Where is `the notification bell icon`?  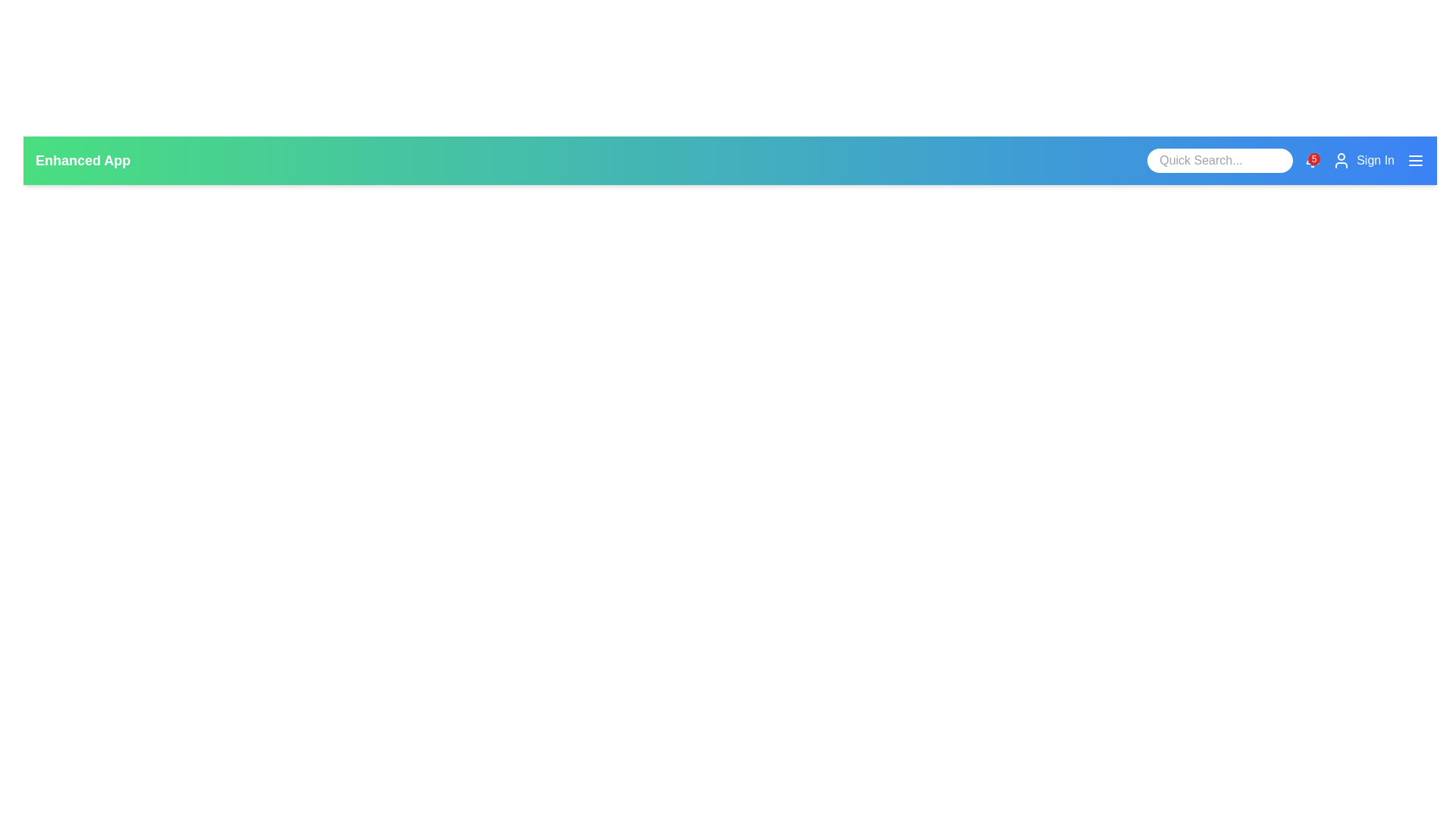 the notification bell icon is located at coordinates (1312, 161).